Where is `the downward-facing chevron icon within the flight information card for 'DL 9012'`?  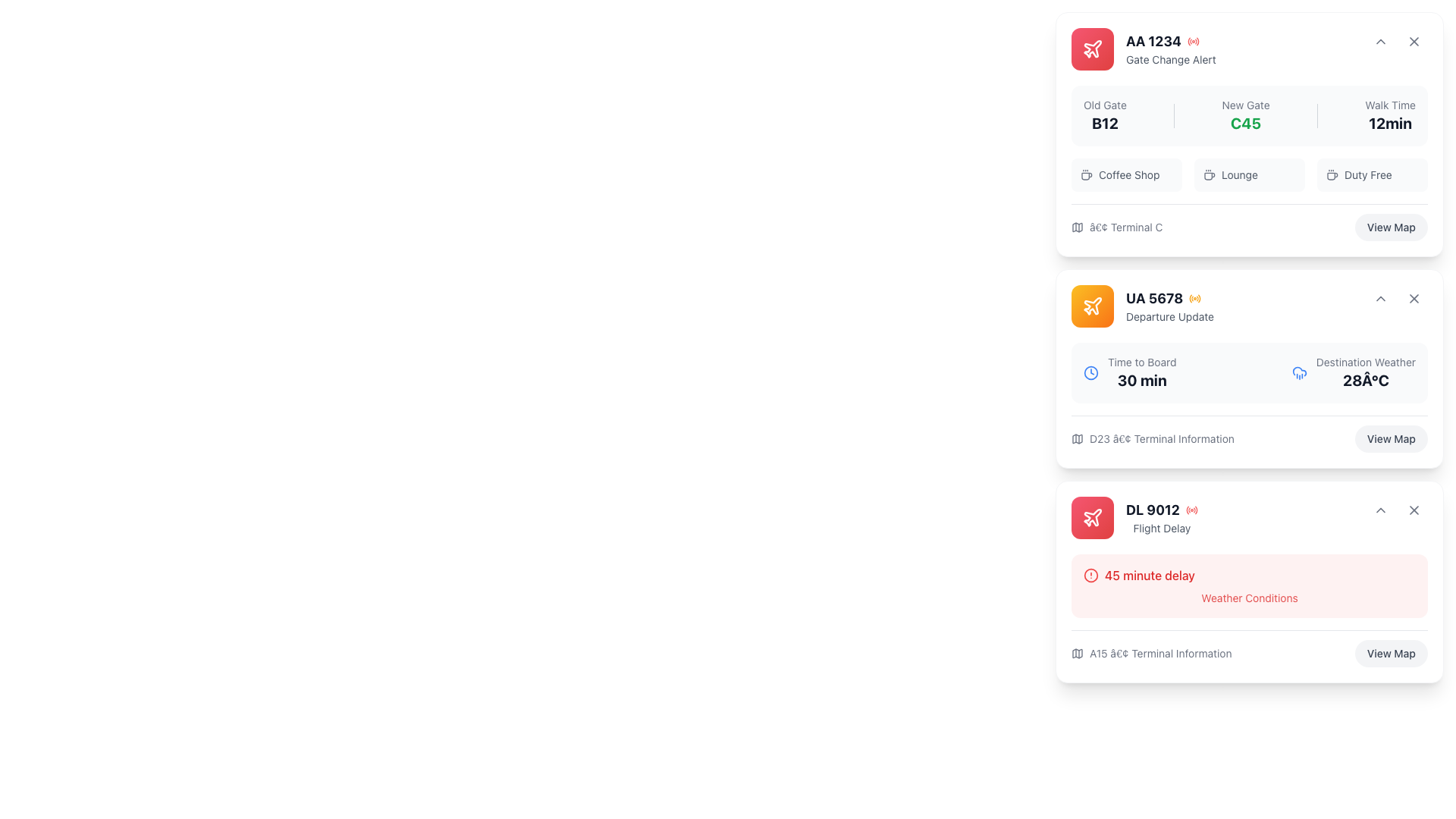 the downward-facing chevron icon within the flight information card for 'DL 9012' is located at coordinates (1380, 510).